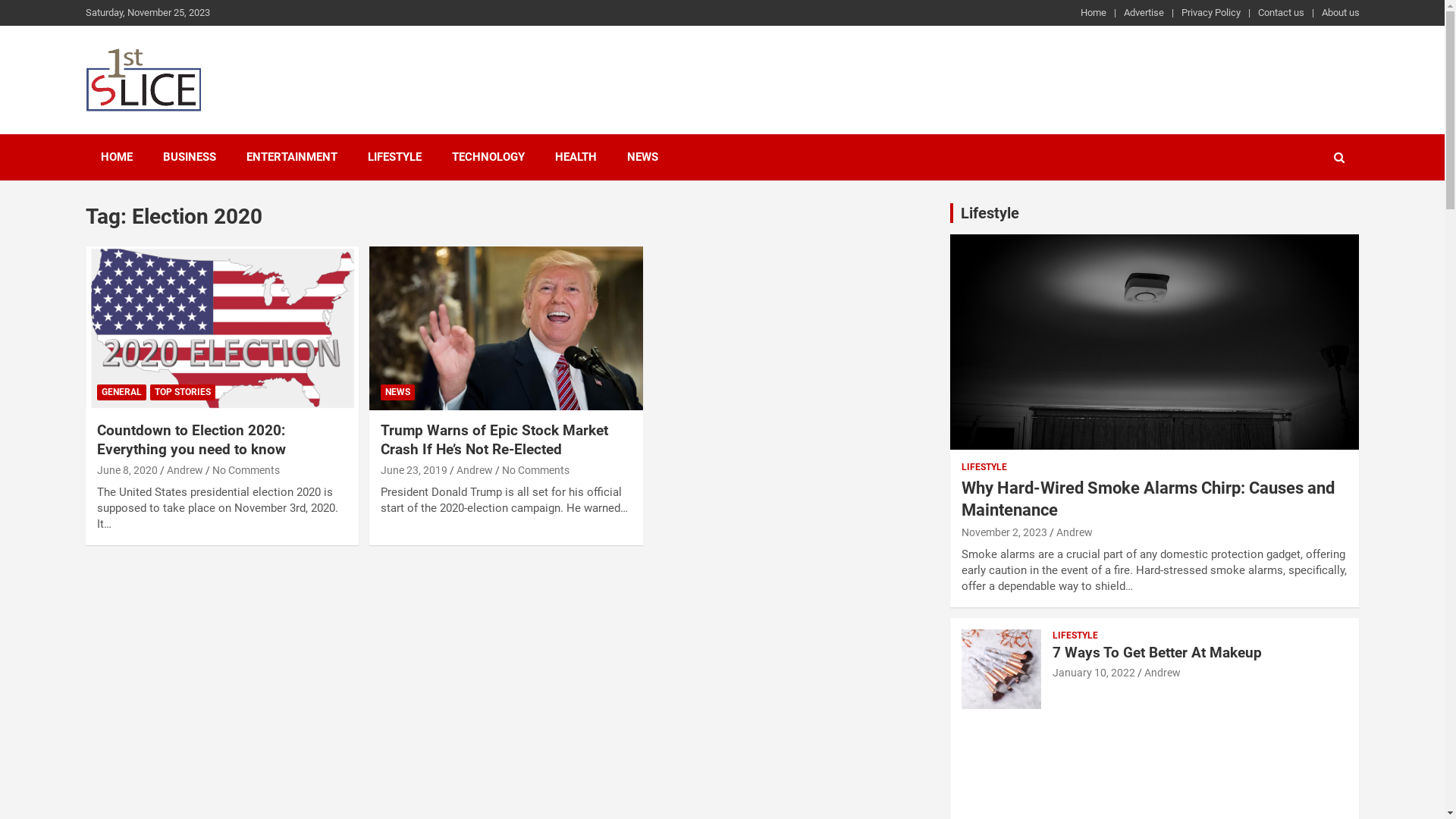 This screenshot has width=1456, height=819. What do you see at coordinates (96, 391) in the screenshot?
I see `'GENERAL'` at bounding box center [96, 391].